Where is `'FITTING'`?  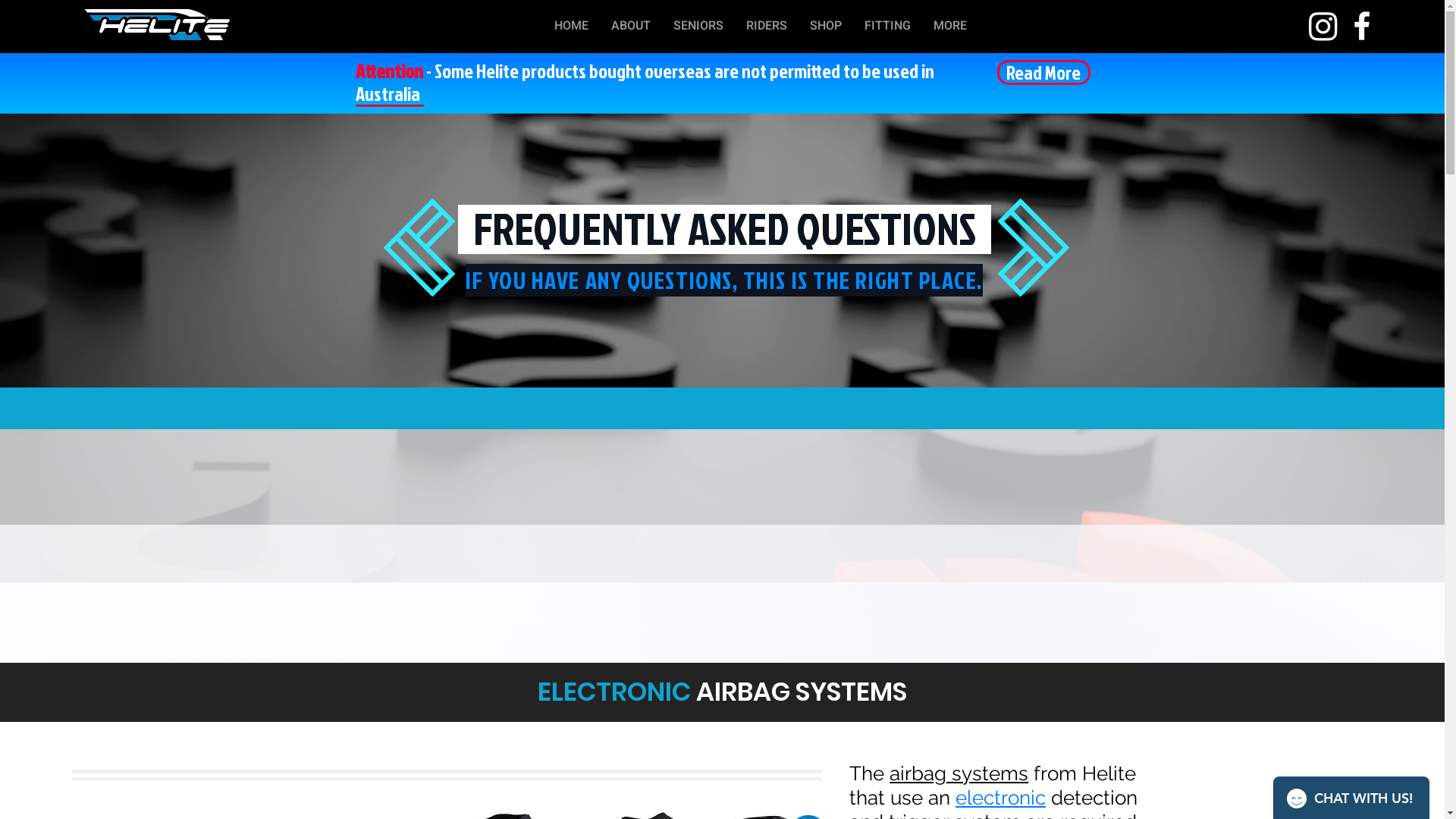
'FITTING' is located at coordinates (887, 26).